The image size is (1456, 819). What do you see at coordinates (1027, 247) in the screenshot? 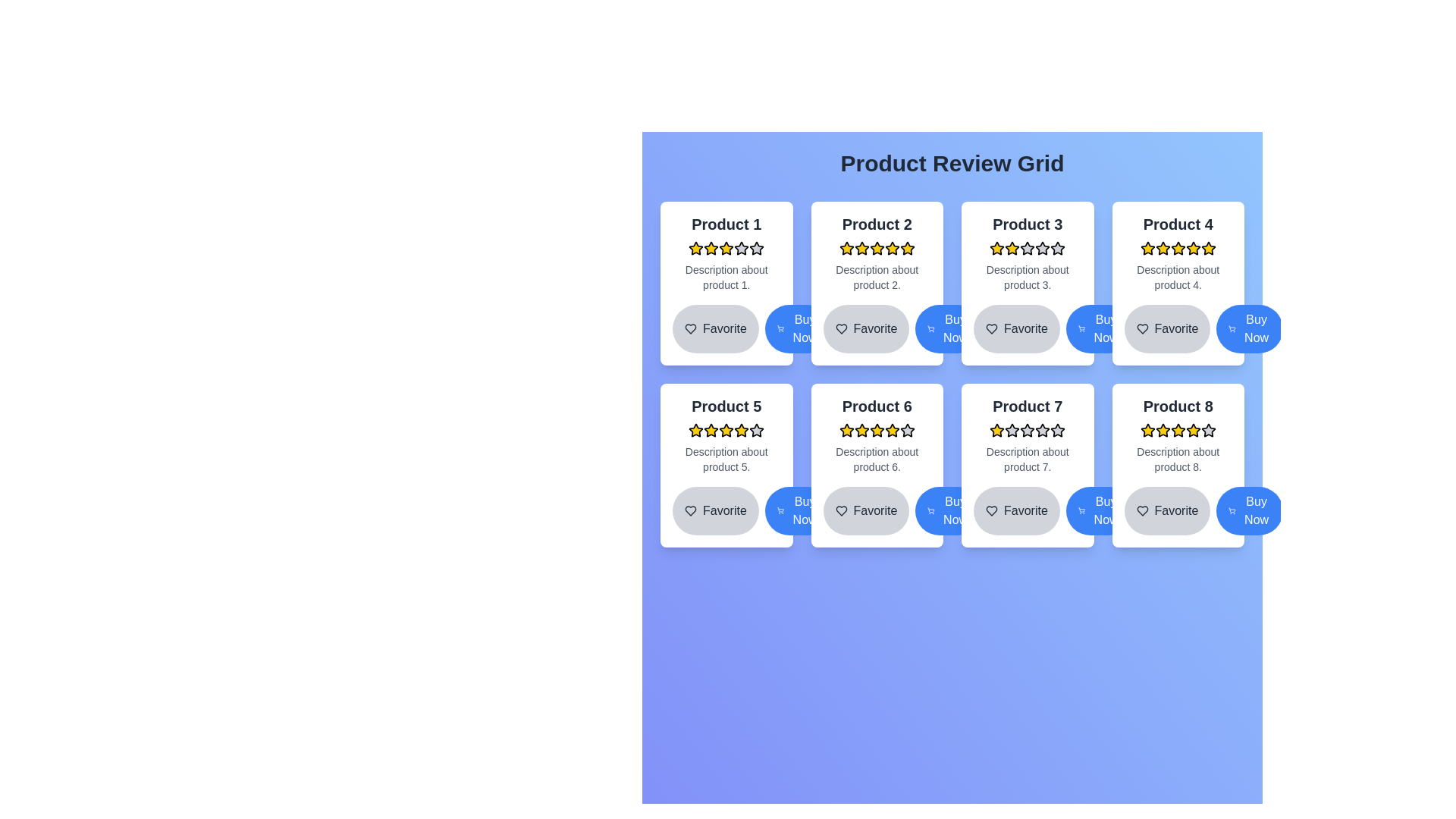
I see `the third star icon in the rating section of Product 3` at bounding box center [1027, 247].